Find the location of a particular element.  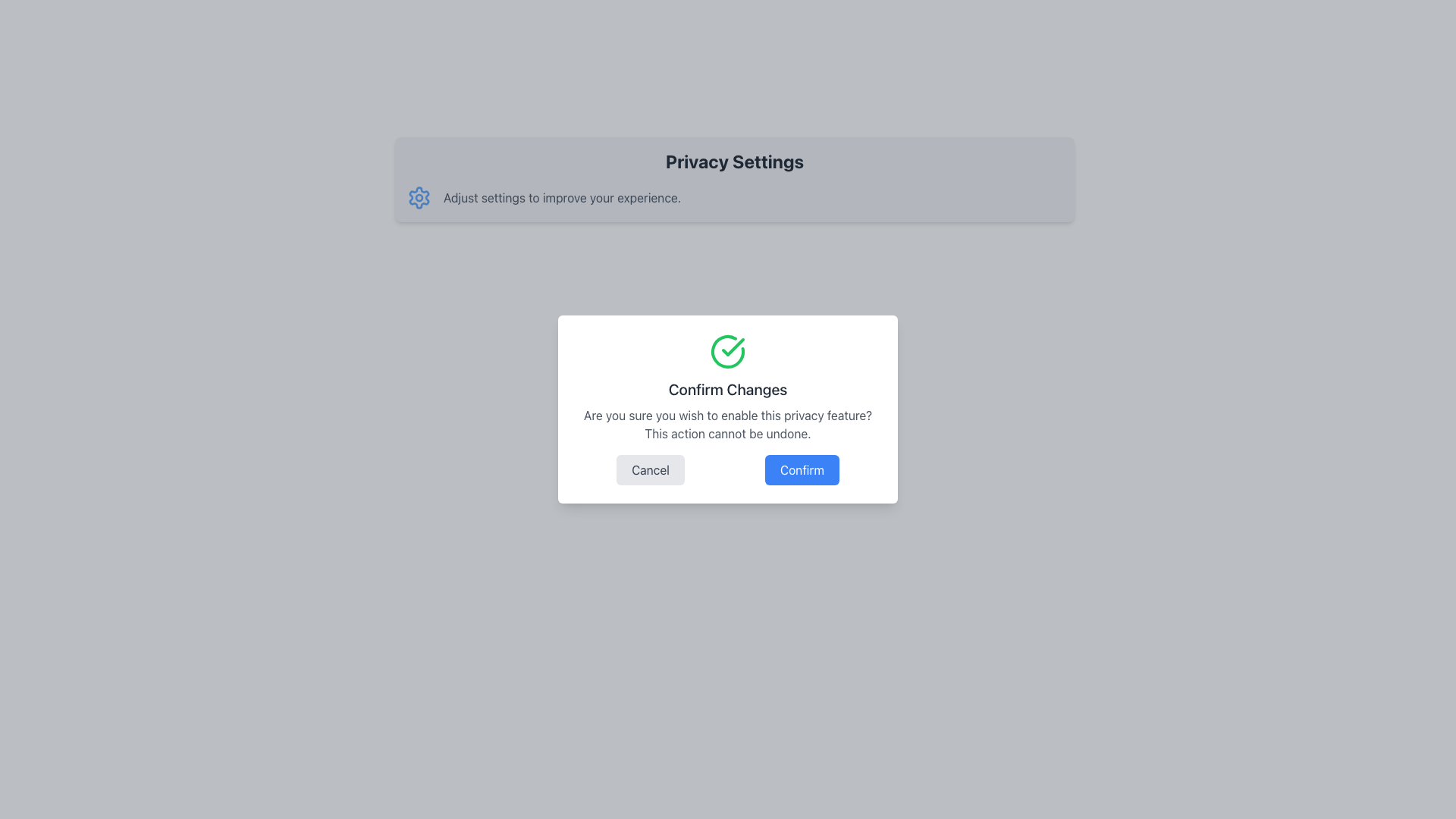

bold, centered text label 'Privacy Settings' located at the top-center of the light gray rounded rectangle box is located at coordinates (735, 161).